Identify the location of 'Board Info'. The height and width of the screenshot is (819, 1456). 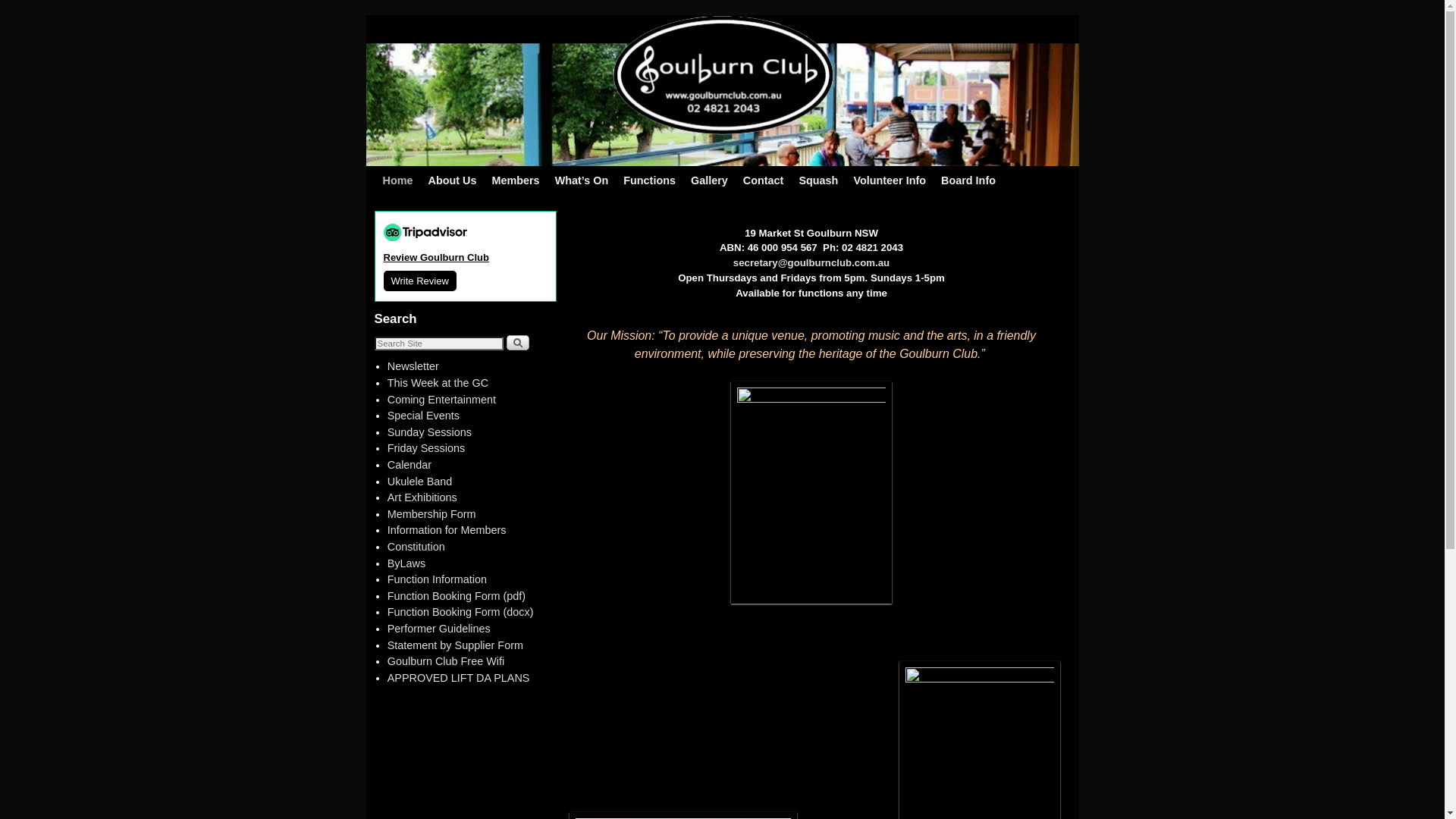
(967, 180).